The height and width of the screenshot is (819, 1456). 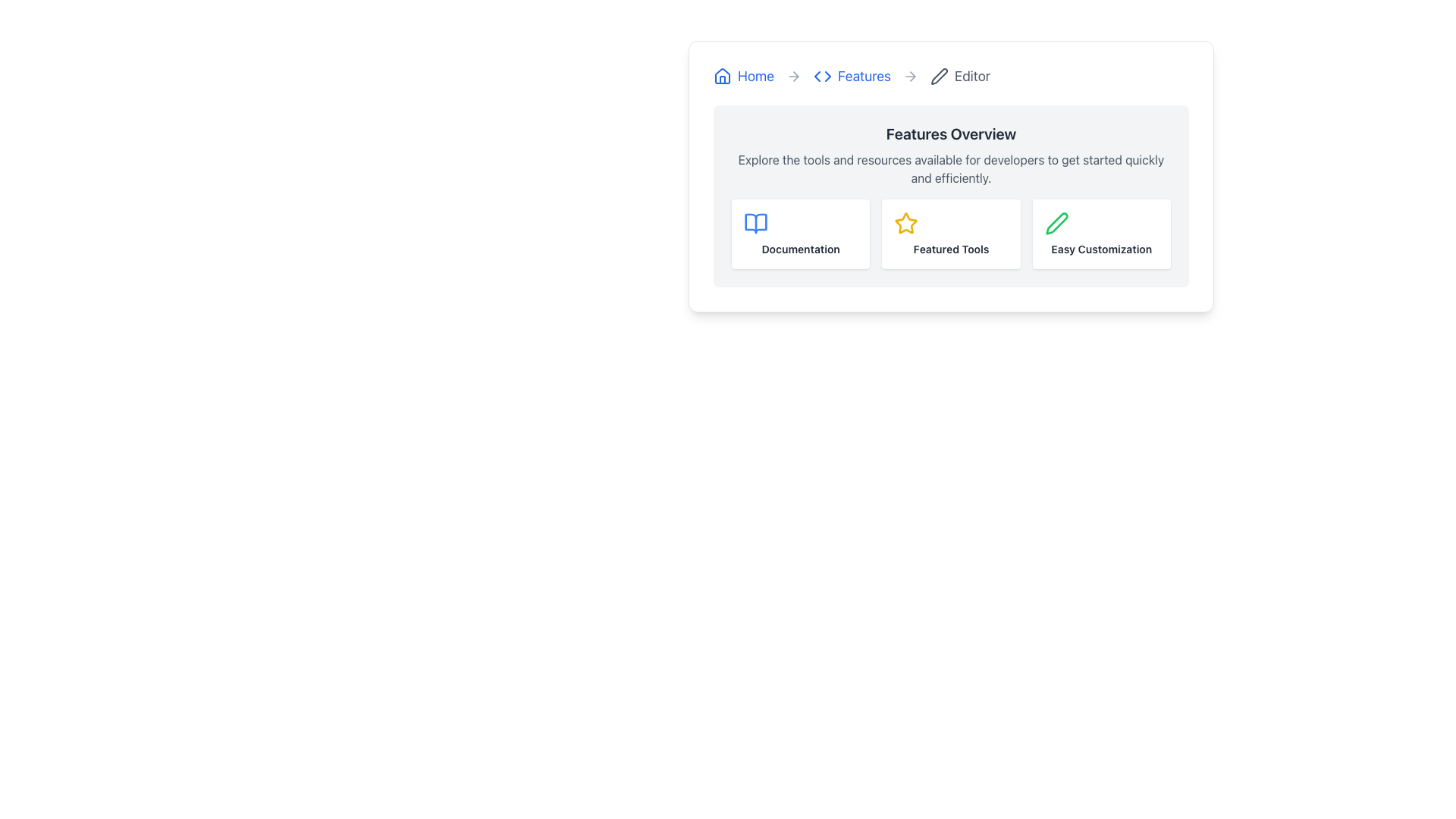 What do you see at coordinates (1056, 223) in the screenshot?
I see `the green-colored pen icon located within the 'Easy Customization' card in the grid under 'Features Overview.'` at bounding box center [1056, 223].